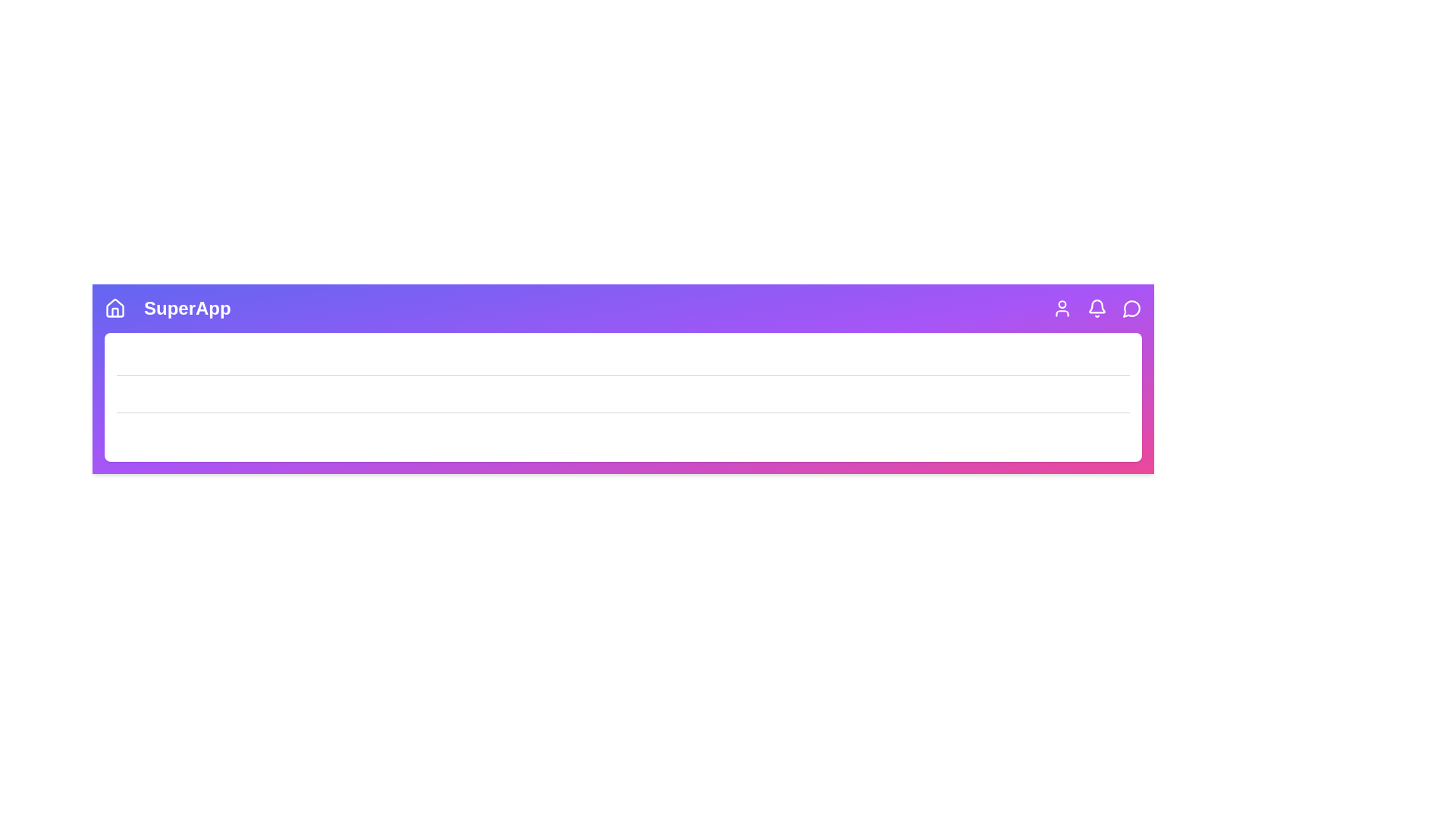 The image size is (1456, 819). What do you see at coordinates (115, 308) in the screenshot?
I see `the Home icon to navigate to the homepage` at bounding box center [115, 308].